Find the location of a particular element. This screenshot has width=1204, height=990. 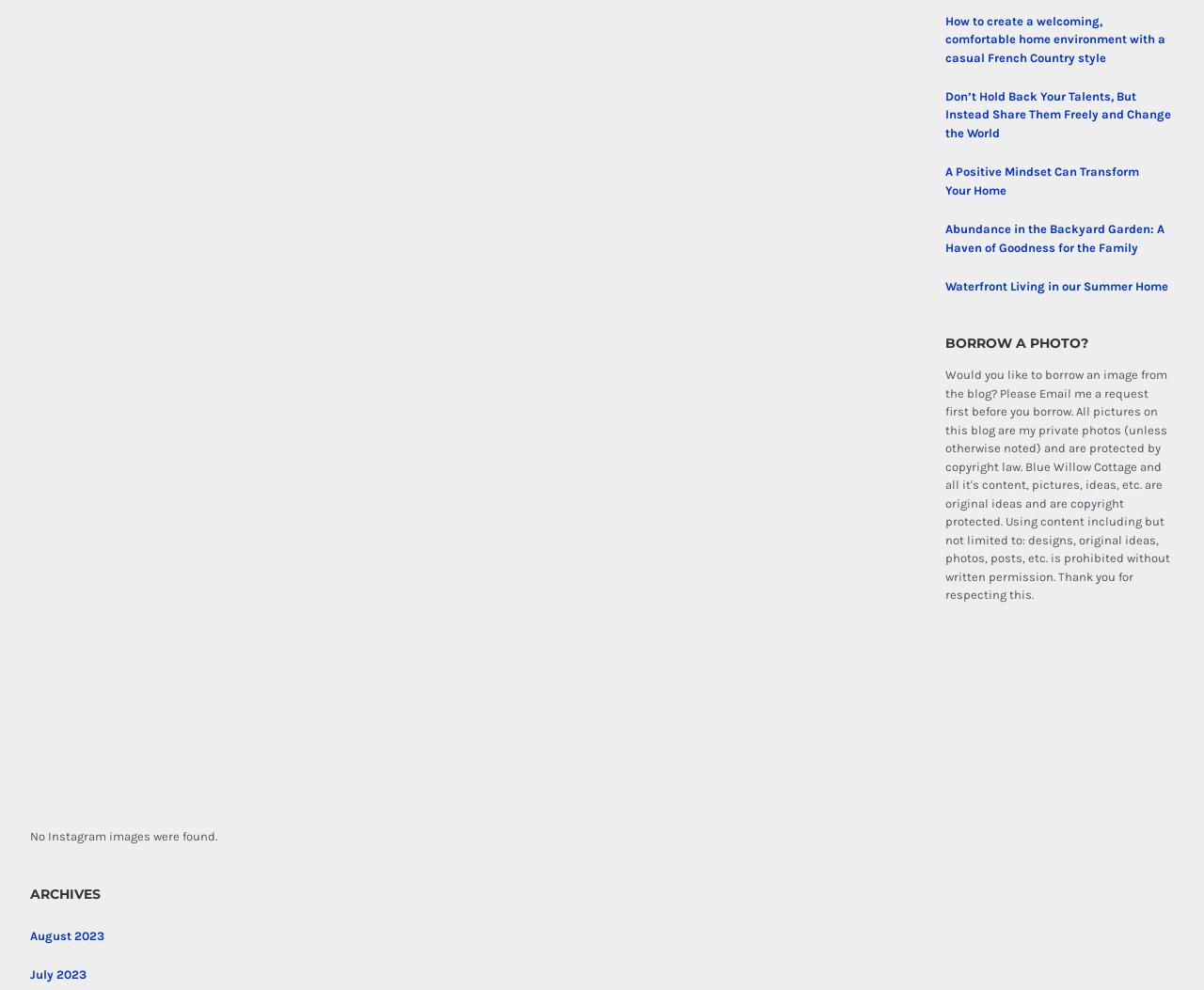

'Don’t Hold Back Your Talents, But Instead Share Them Freely and Change the World' is located at coordinates (944, 113).